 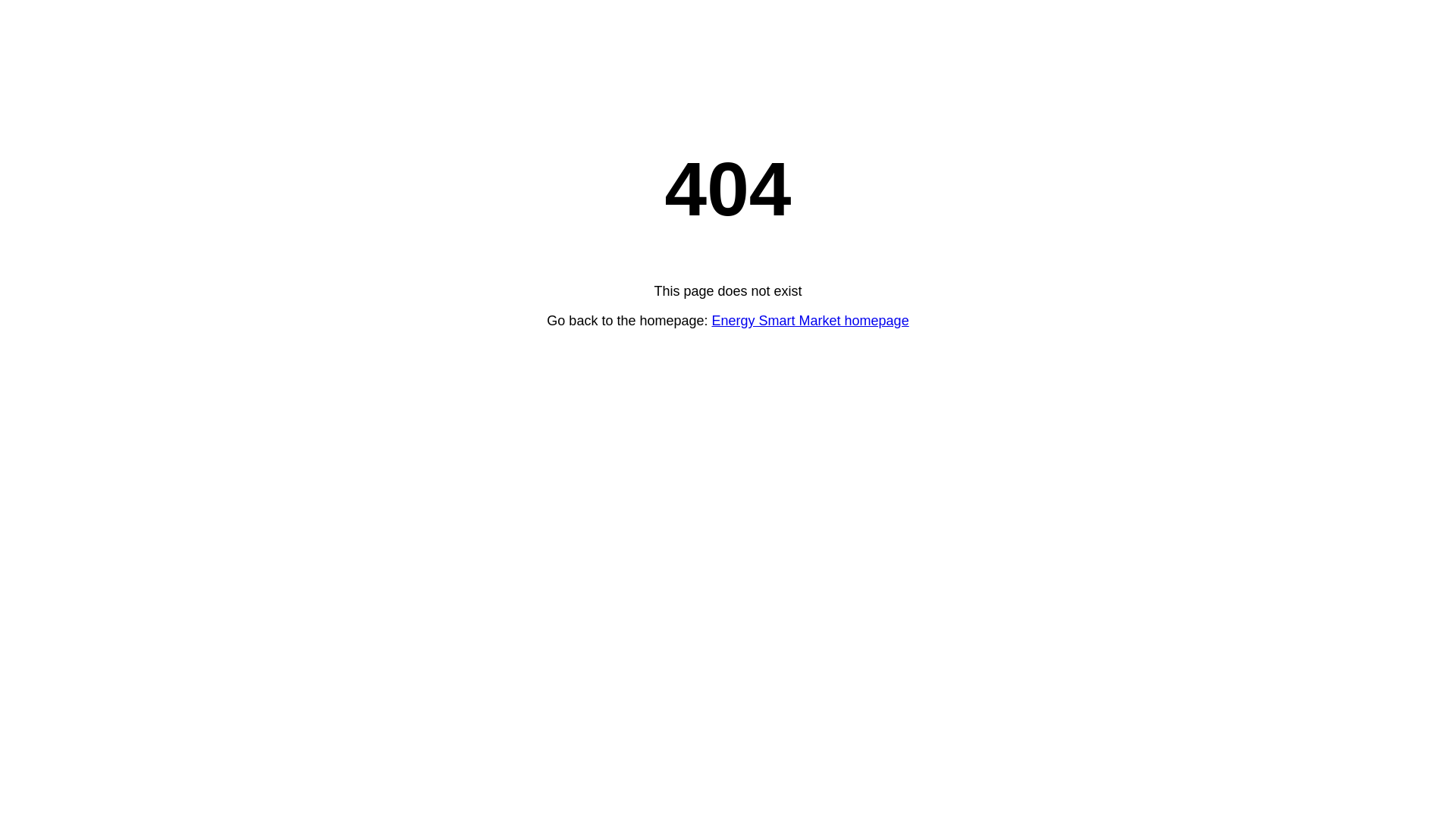 What do you see at coordinates (810, 320) in the screenshot?
I see `'Energy Smart Market homepage'` at bounding box center [810, 320].